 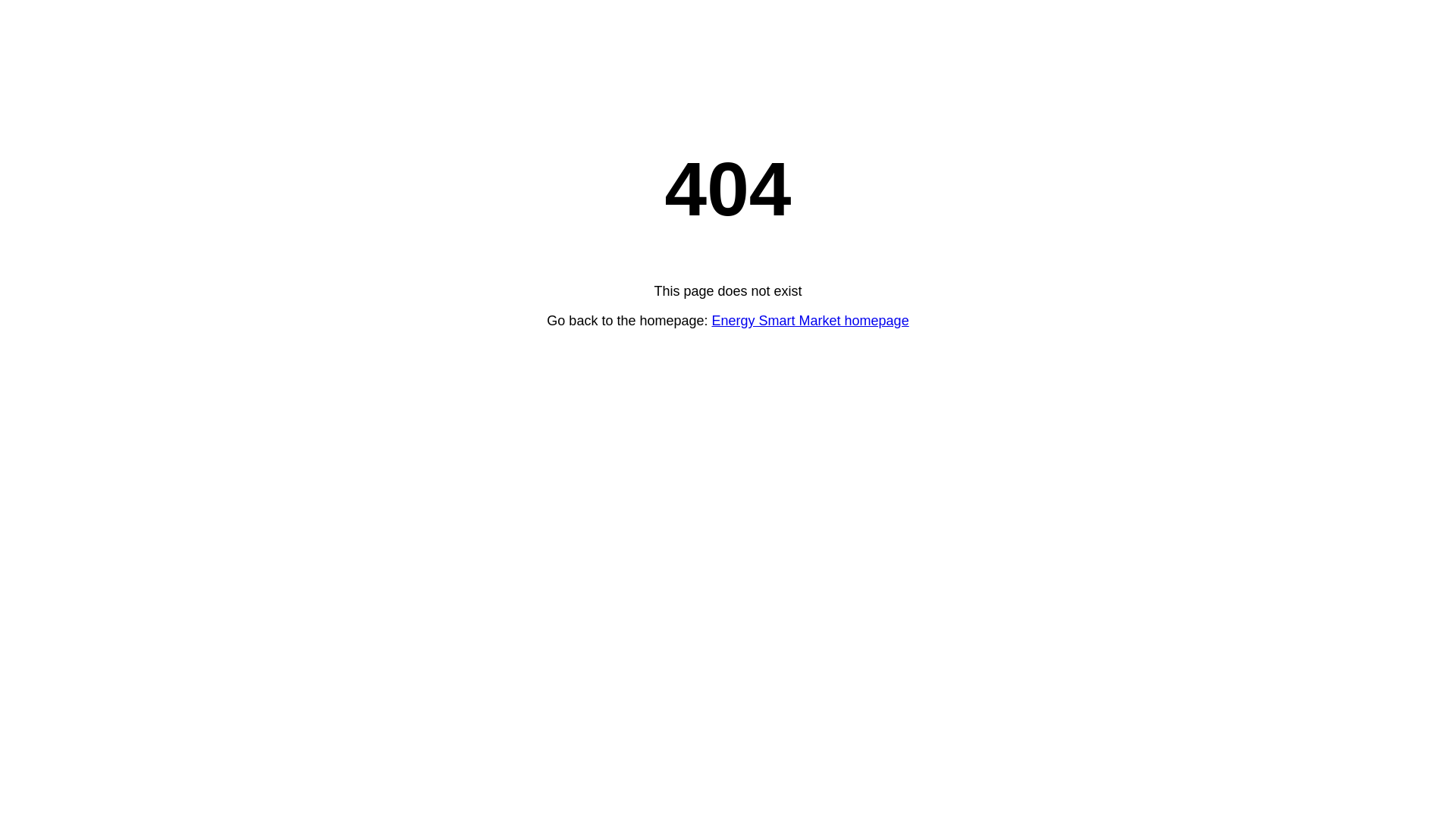 What do you see at coordinates (810, 320) in the screenshot?
I see `'Energy Smart Market homepage'` at bounding box center [810, 320].